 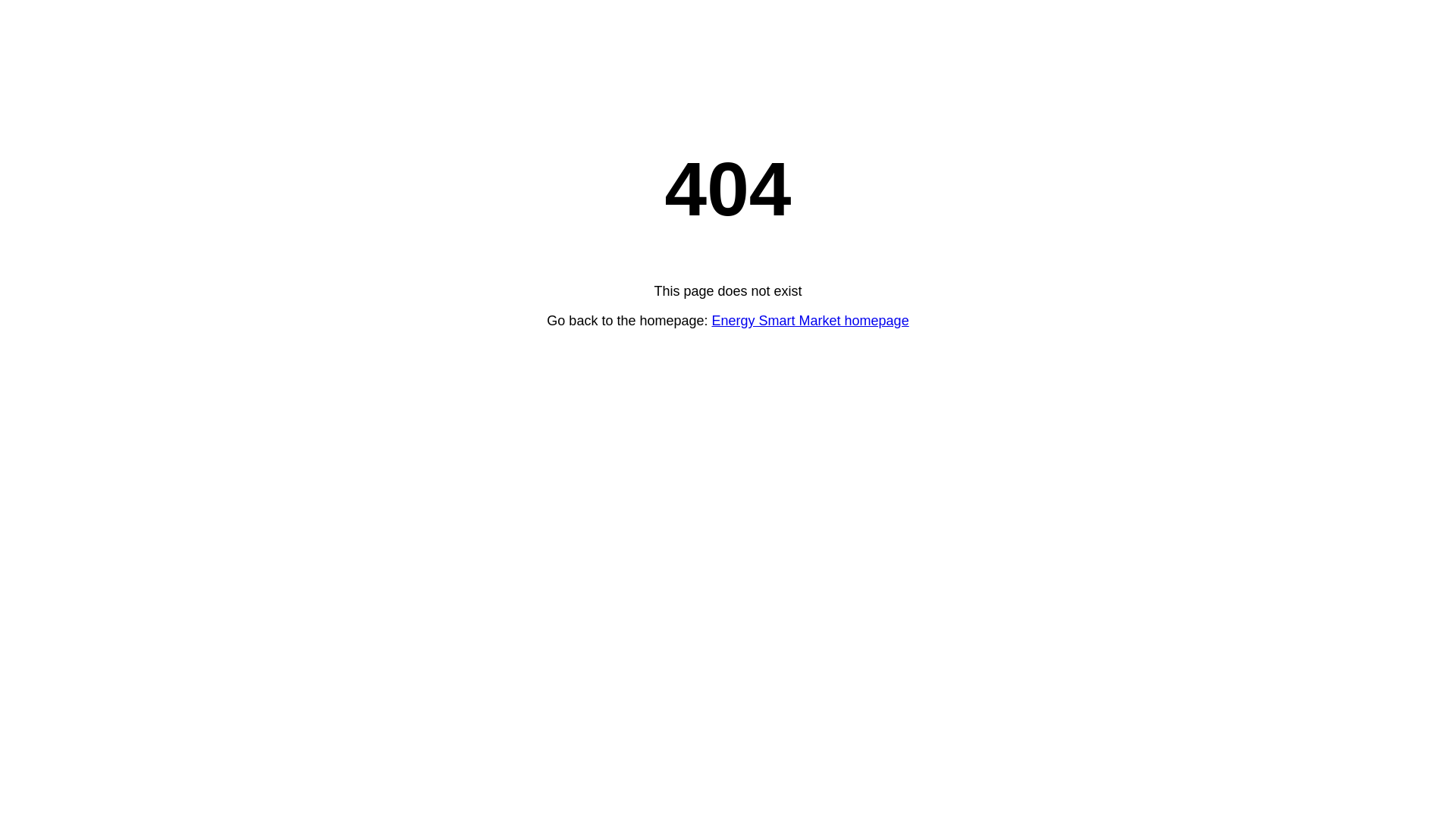 What do you see at coordinates (810, 320) in the screenshot?
I see `'Energy Smart Market homepage'` at bounding box center [810, 320].